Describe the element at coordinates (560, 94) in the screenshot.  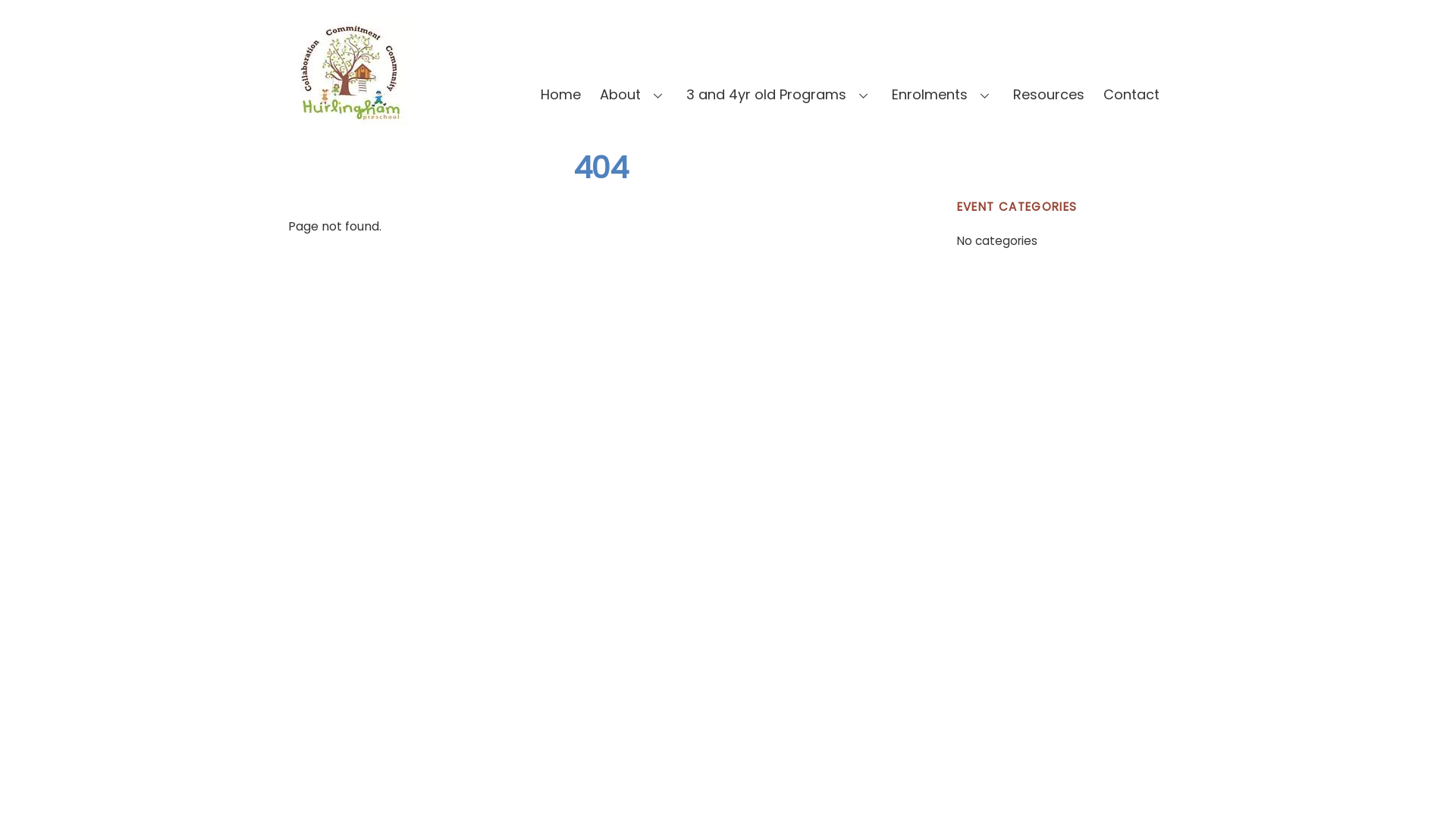
I see `'Home'` at that location.